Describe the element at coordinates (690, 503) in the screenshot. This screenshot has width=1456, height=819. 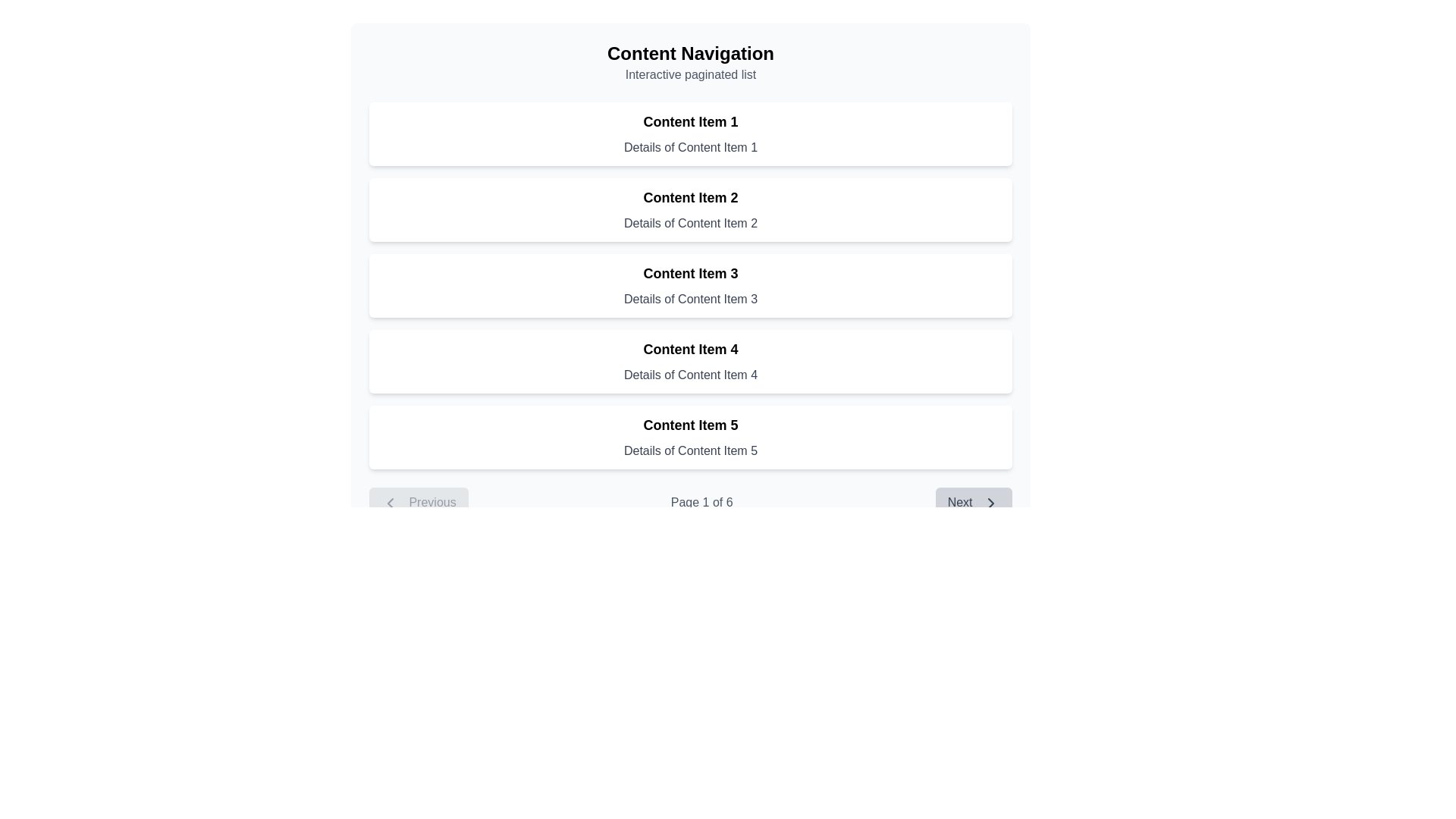
I see `the static text label that displays the current page number and total number of pages, located centrally within the pagination bar at the bottom of the interface` at that location.